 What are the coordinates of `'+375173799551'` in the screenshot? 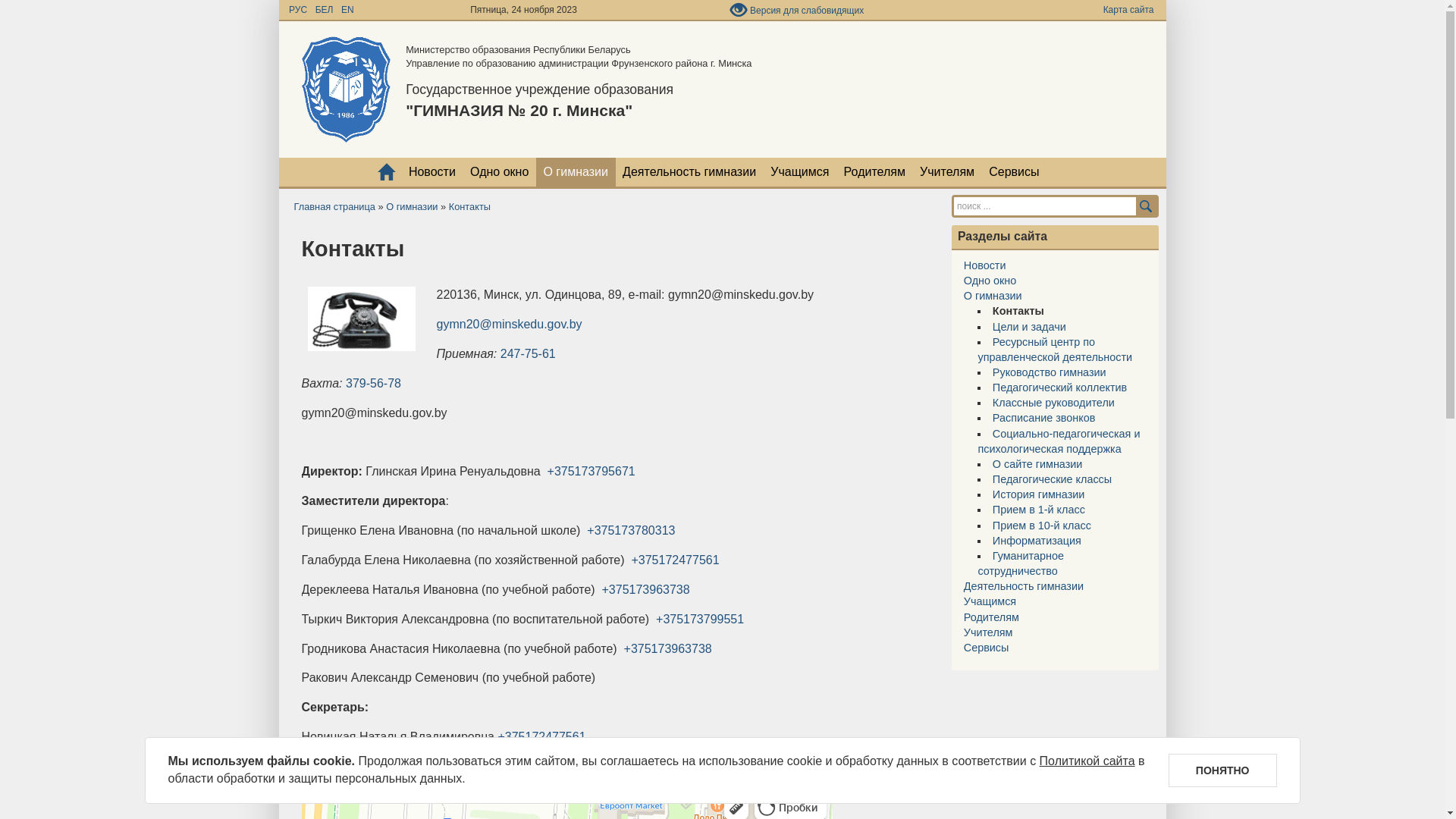 It's located at (698, 619).